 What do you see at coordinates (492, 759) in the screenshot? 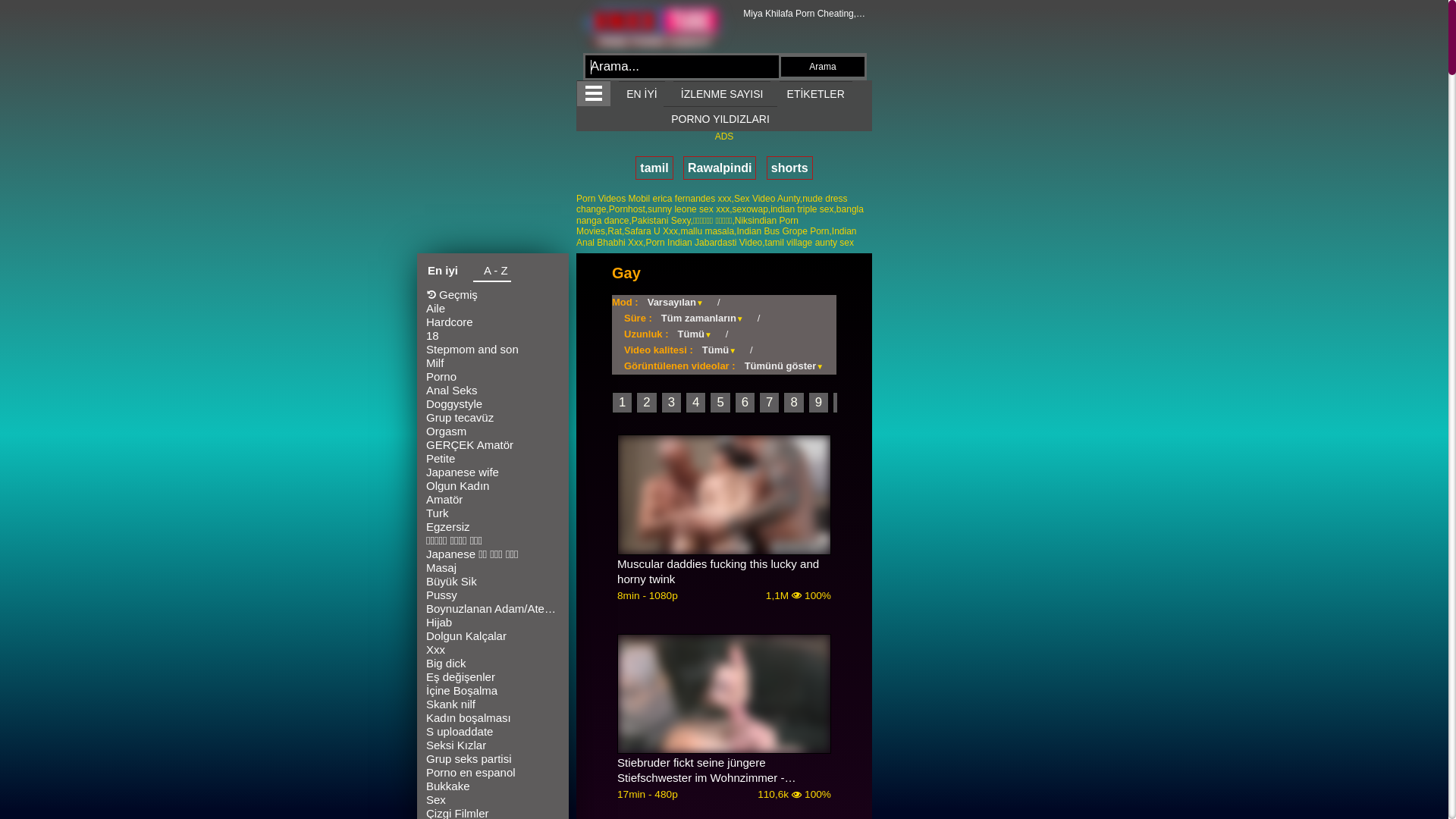
I see `'Grup seks partisi'` at bounding box center [492, 759].